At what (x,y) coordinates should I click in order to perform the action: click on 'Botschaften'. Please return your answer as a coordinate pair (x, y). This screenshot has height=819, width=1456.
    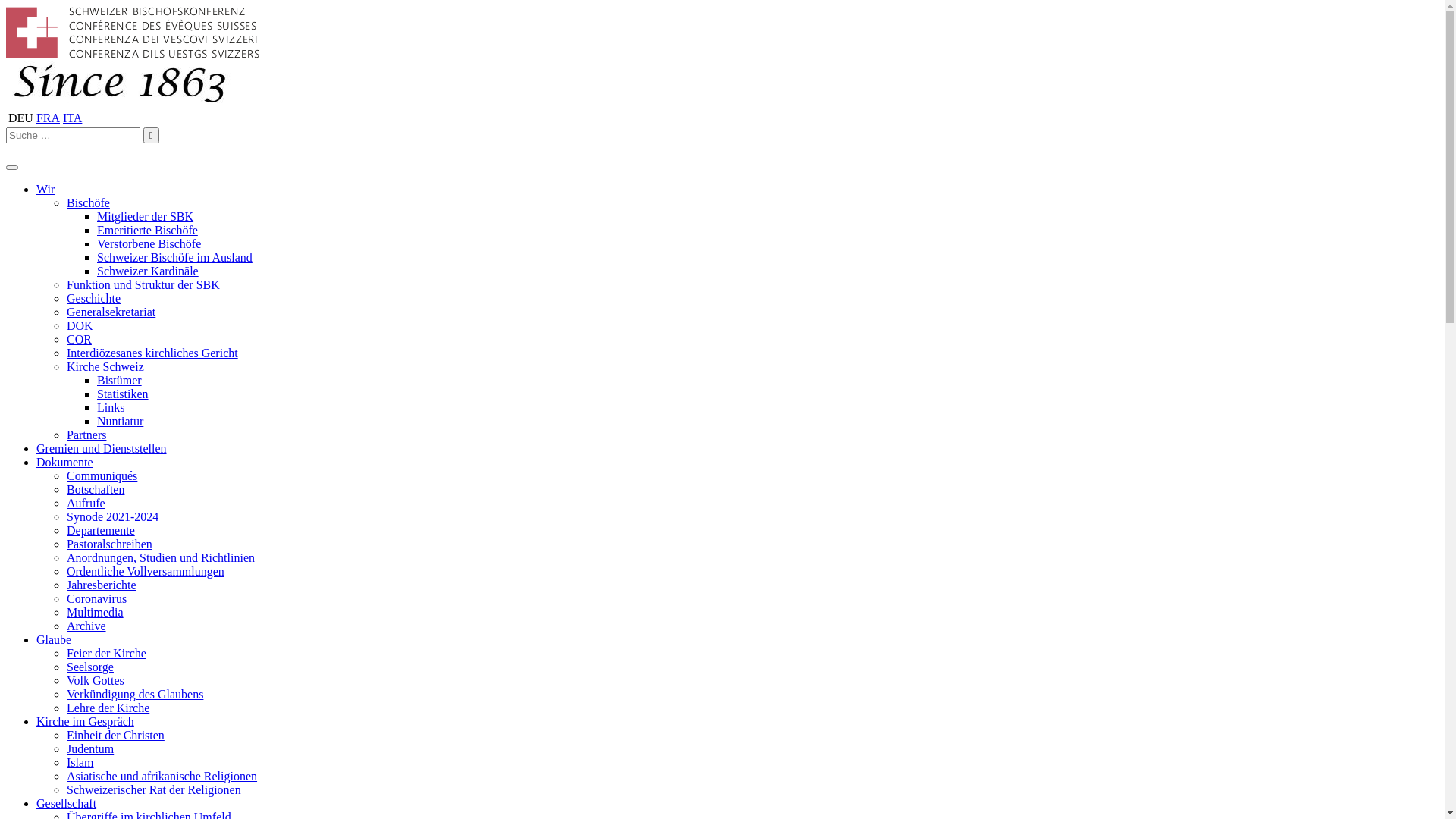
    Looking at the image, I should click on (94, 489).